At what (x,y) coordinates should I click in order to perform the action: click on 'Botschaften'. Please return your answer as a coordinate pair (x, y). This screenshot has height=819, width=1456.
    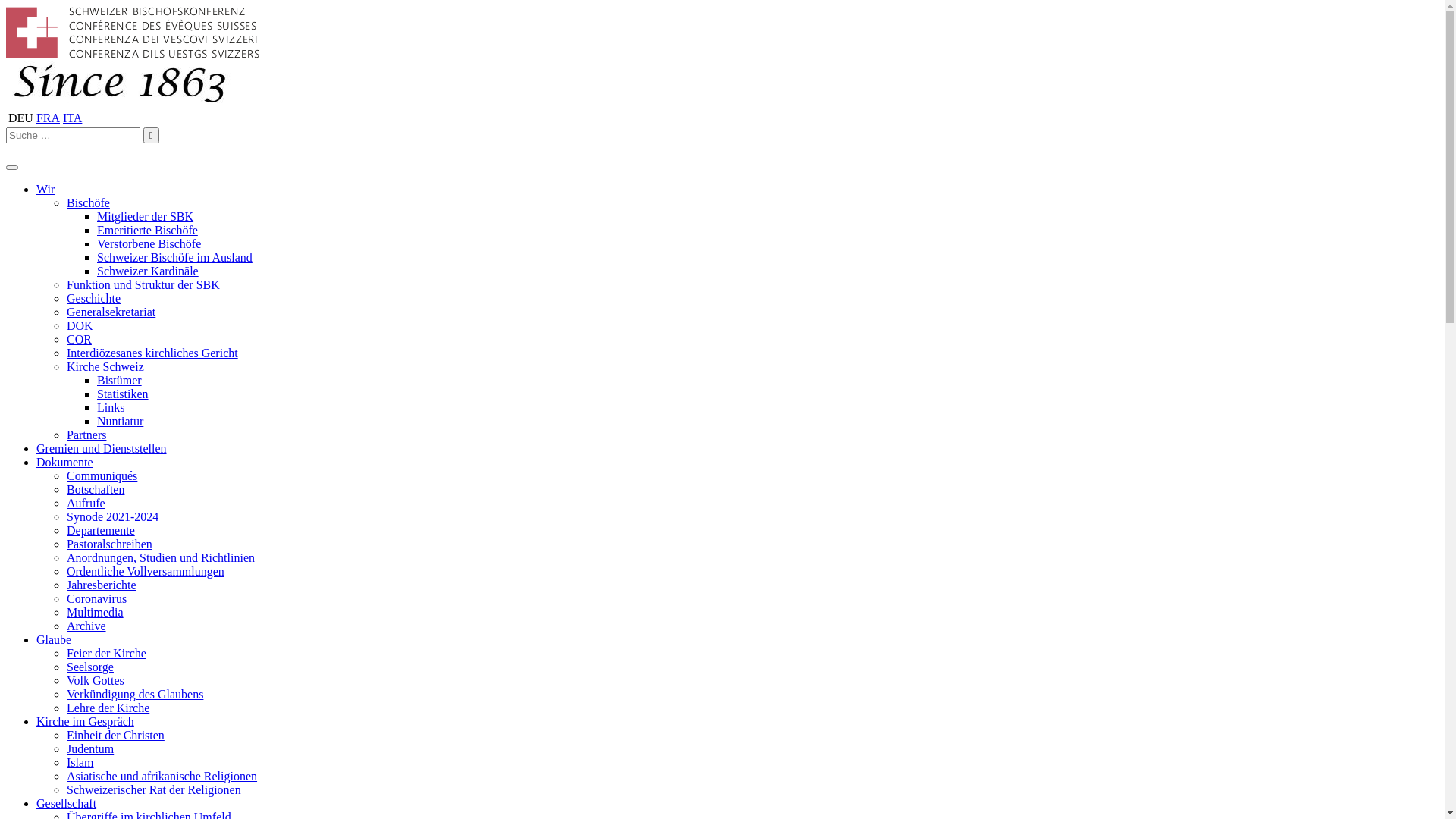
    Looking at the image, I should click on (94, 489).